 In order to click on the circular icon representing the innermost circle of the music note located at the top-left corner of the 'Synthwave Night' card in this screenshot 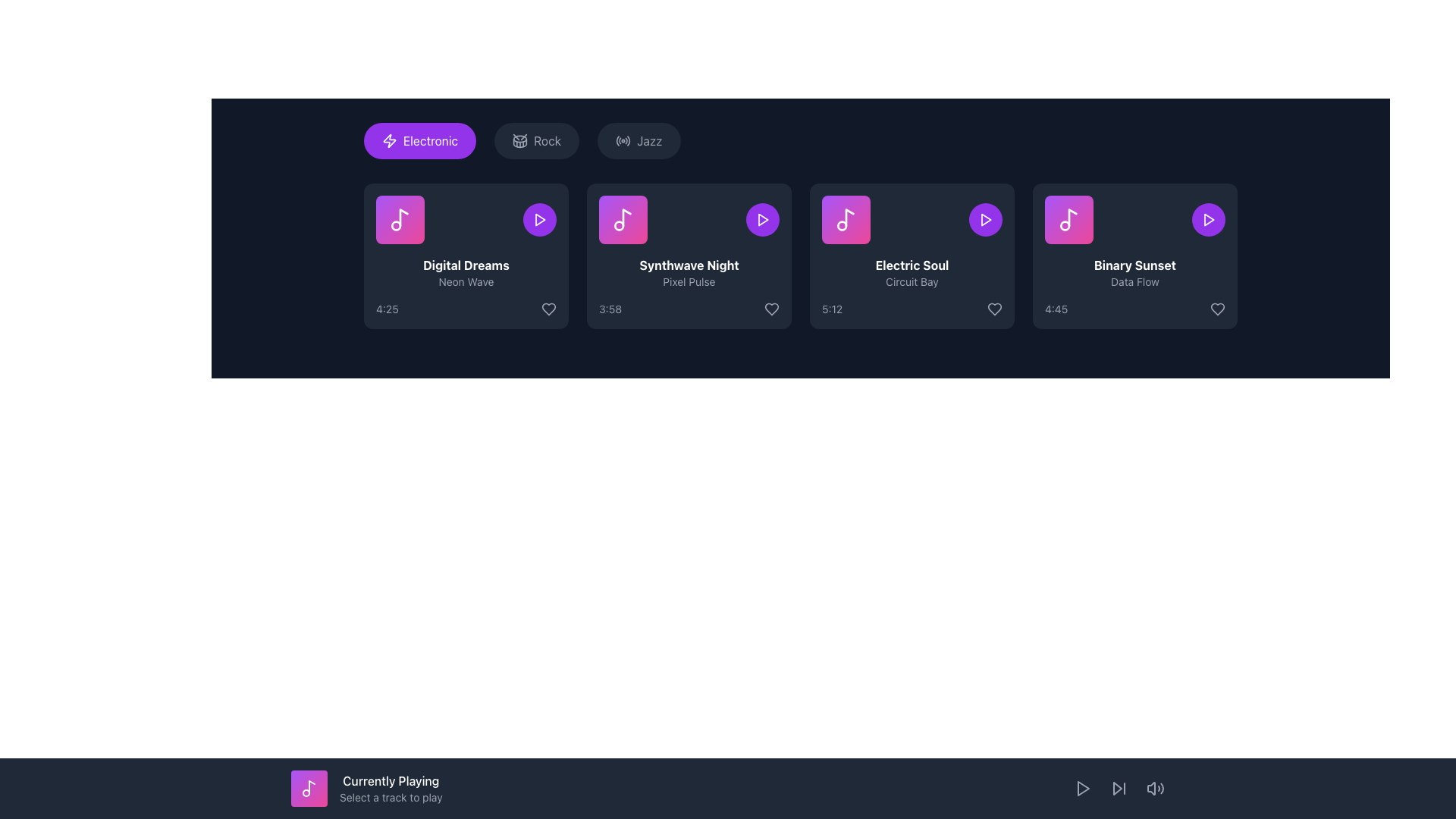, I will do `click(619, 225)`.